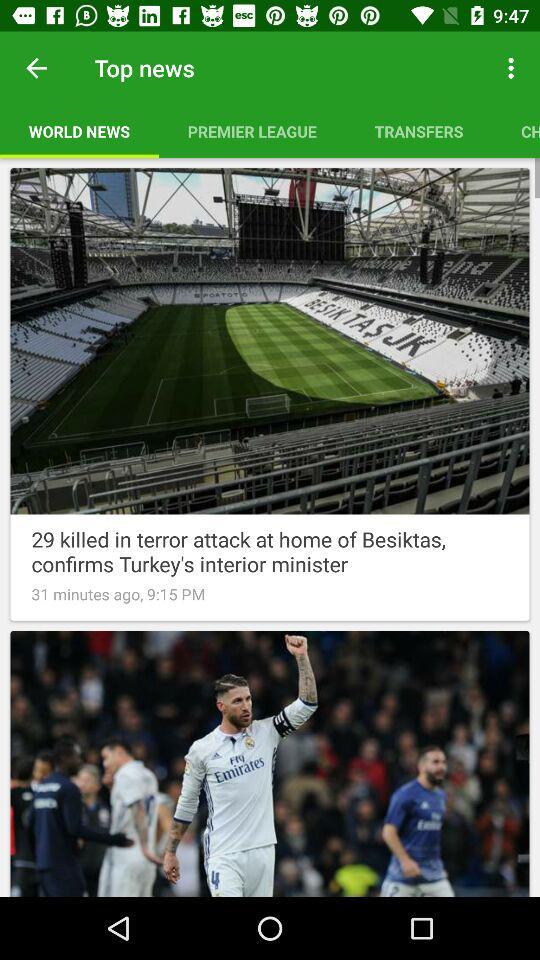  What do you see at coordinates (418, 130) in the screenshot?
I see `icon next to premier league item` at bounding box center [418, 130].